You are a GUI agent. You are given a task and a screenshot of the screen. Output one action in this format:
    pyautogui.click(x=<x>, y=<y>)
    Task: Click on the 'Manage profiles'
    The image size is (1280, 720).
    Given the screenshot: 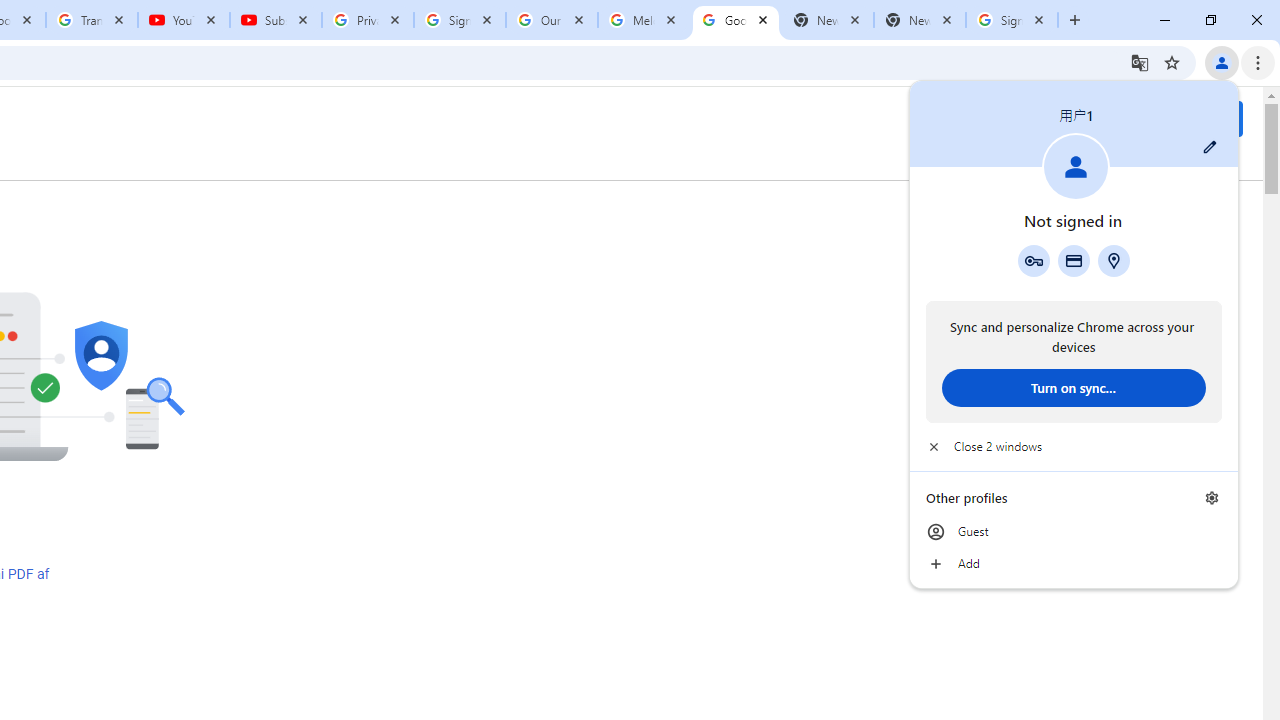 What is the action you would take?
    pyautogui.click(x=1211, y=497)
    